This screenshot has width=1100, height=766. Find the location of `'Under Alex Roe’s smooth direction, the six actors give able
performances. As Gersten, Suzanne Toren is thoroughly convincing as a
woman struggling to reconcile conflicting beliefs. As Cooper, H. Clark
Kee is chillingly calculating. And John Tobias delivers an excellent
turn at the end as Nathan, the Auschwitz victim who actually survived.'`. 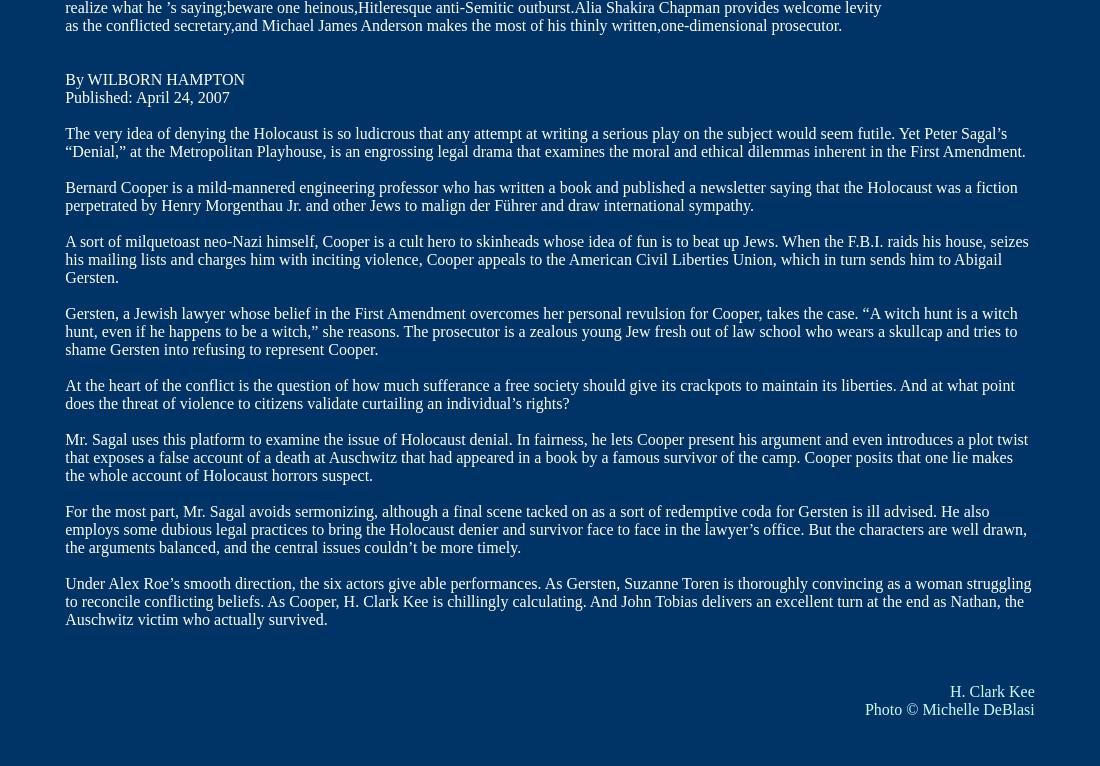

'Under Alex Roe’s smooth direction, the six actors give able
performances. As Gersten, Suzanne Toren is thoroughly convincing as a
woman struggling to reconcile conflicting beliefs. As Cooper, H. Clark
Kee is chillingly calculating. And John Tobias delivers an excellent
turn at the end as Nathan, the Auschwitz victim who actually survived.' is located at coordinates (548, 601).